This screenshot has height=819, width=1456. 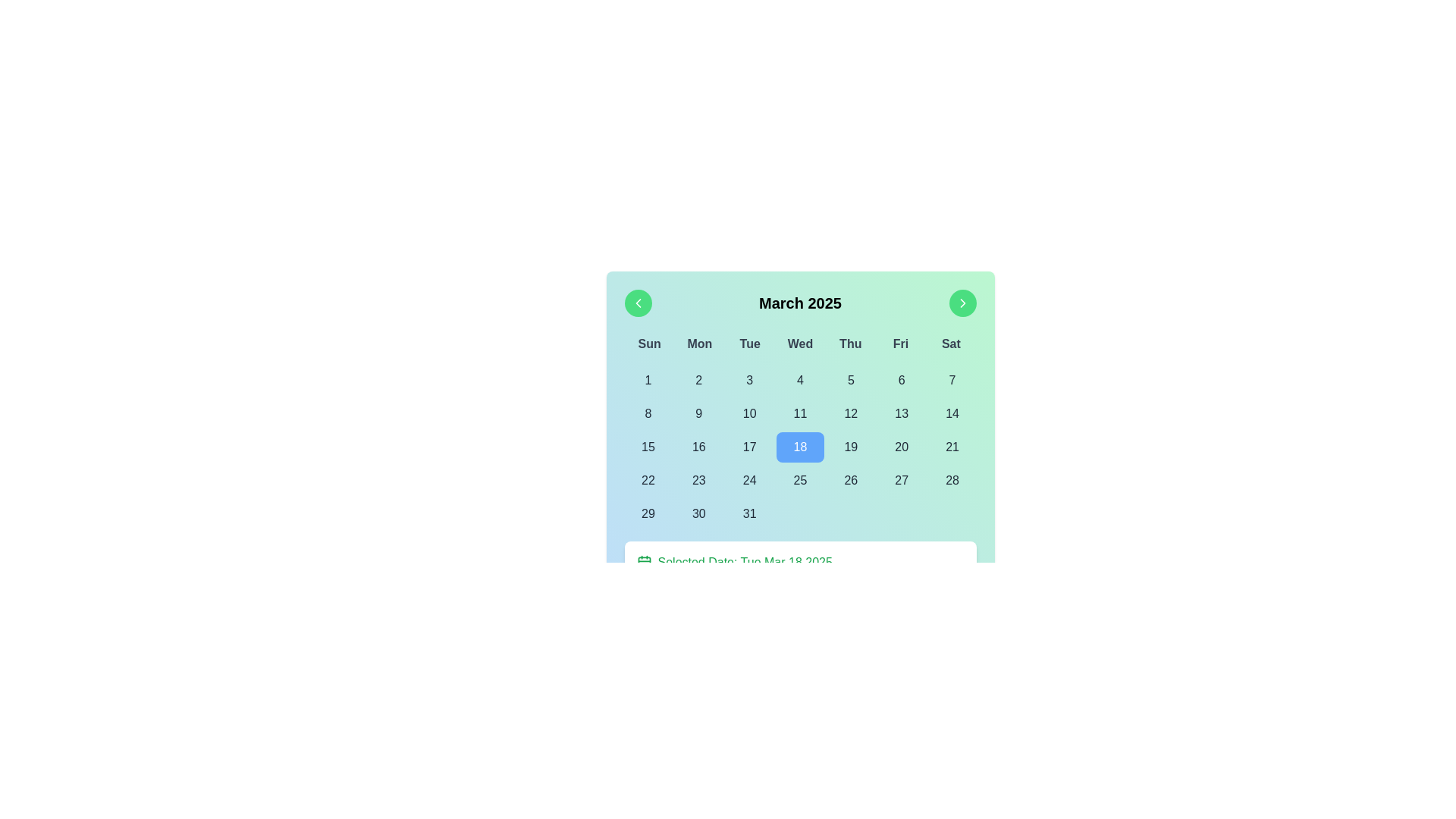 What do you see at coordinates (638, 303) in the screenshot?
I see `the button located in the header area of the calendar interface to the left of the text 'March 2025'` at bounding box center [638, 303].